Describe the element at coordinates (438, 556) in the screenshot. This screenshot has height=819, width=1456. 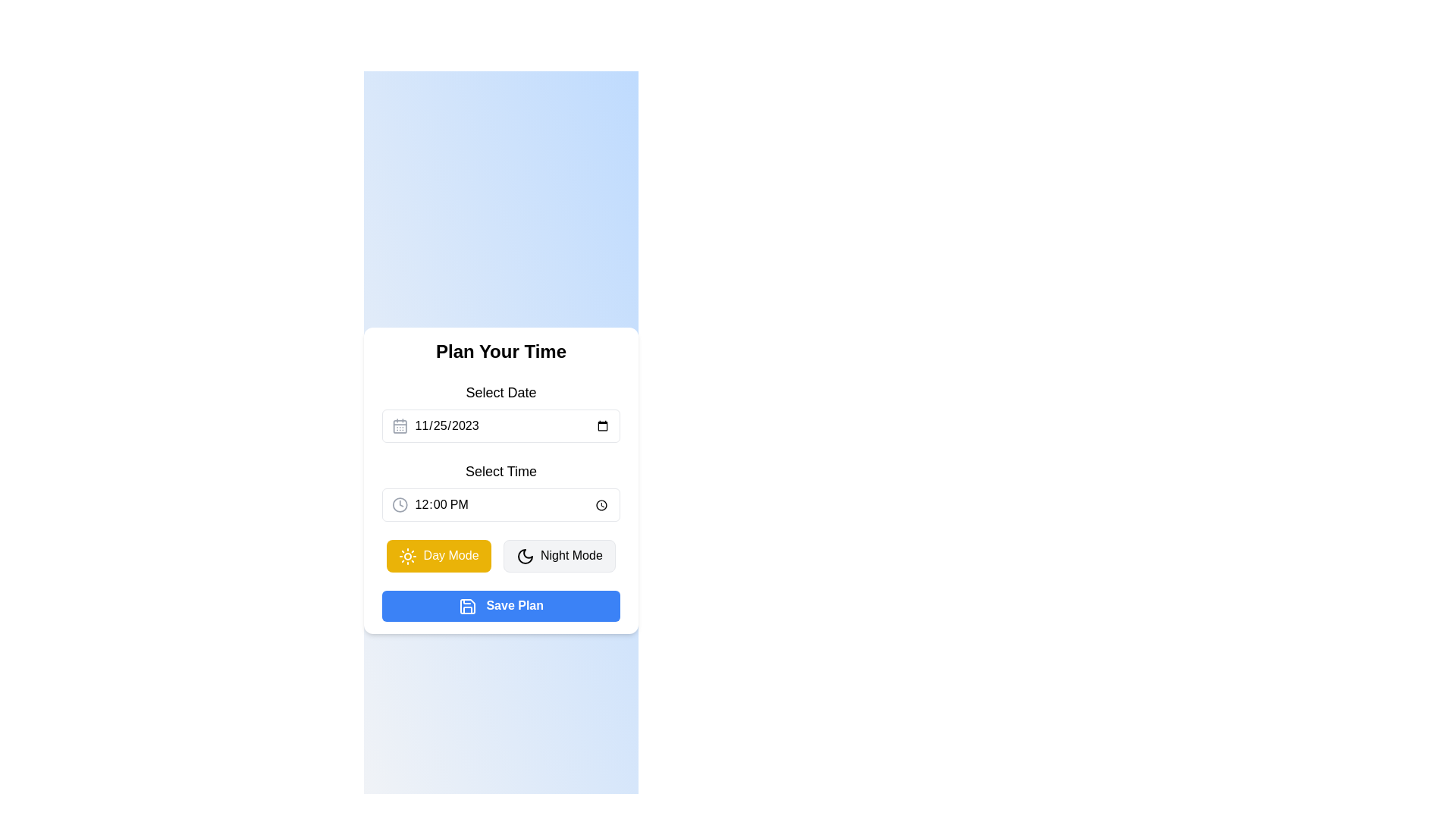
I see `the 'Day Mode' toggle button using keyboard navigation` at that location.